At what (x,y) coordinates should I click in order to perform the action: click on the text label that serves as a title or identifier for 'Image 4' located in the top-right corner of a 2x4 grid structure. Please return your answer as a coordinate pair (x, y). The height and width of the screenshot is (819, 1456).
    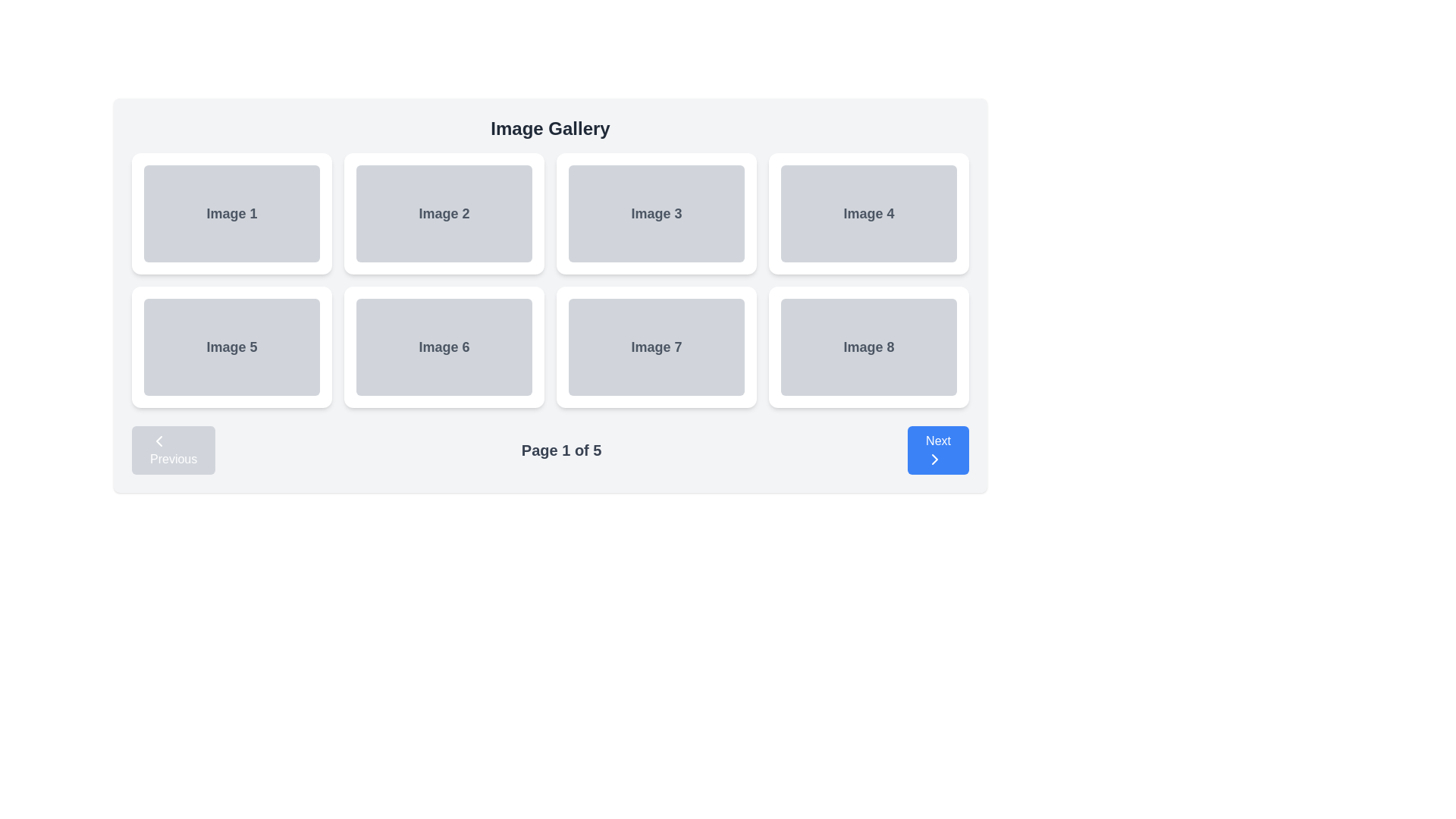
    Looking at the image, I should click on (869, 213).